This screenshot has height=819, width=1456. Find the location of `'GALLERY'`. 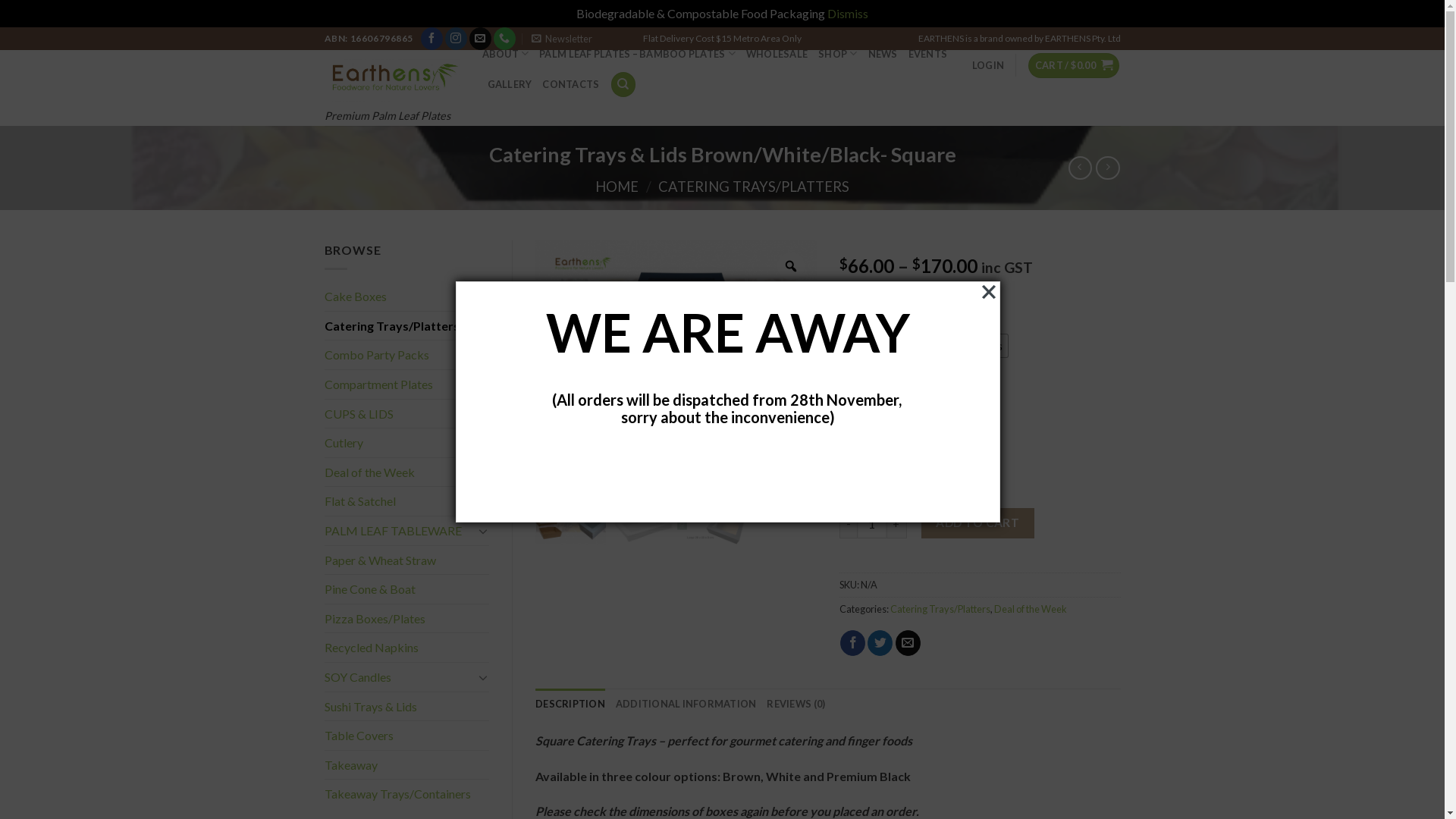

'GALLERY' is located at coordinates (509, 84).